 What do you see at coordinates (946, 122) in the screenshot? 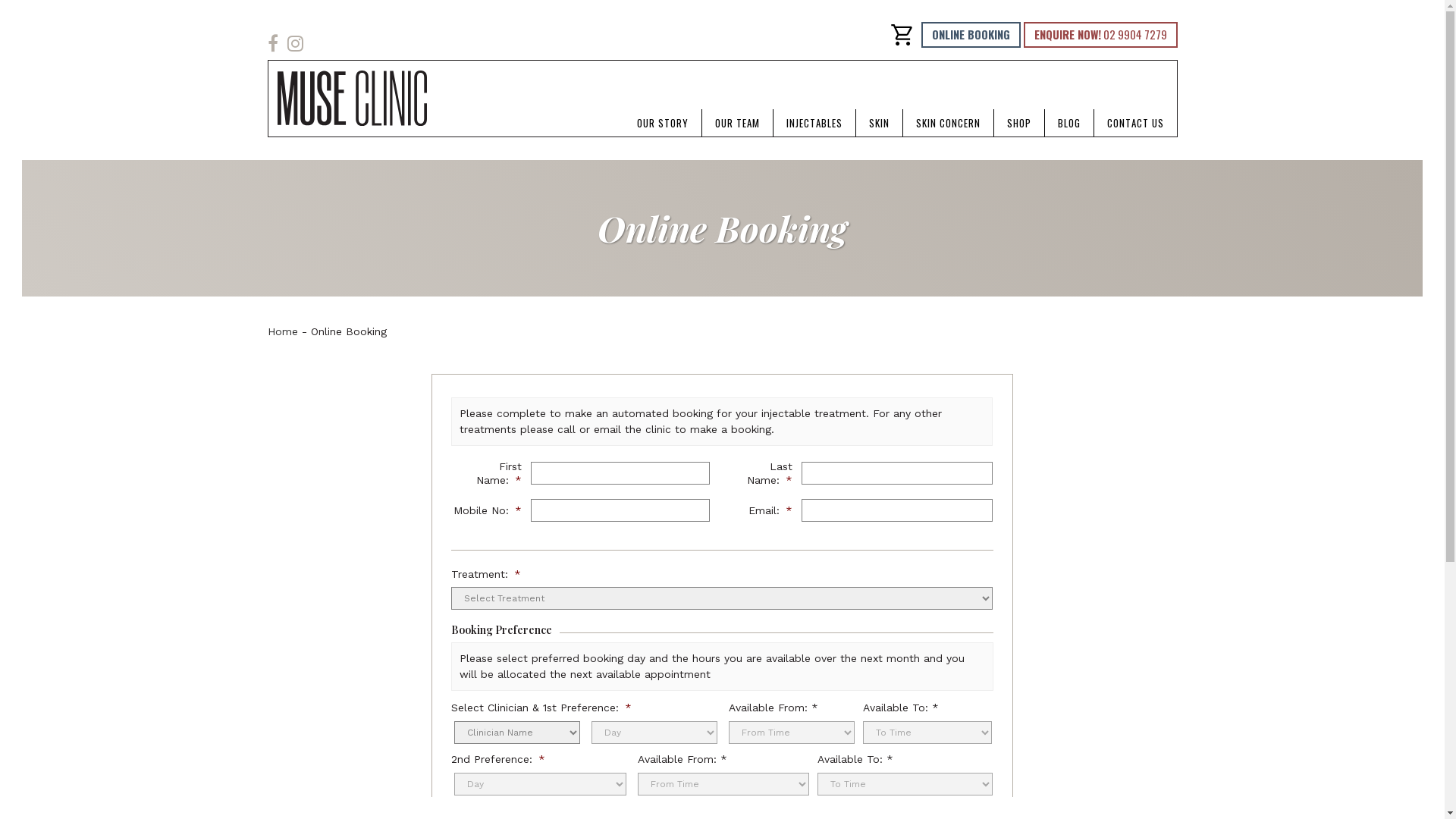
I see `'SKIN CONCERN'` at bounding box center [946, 122].